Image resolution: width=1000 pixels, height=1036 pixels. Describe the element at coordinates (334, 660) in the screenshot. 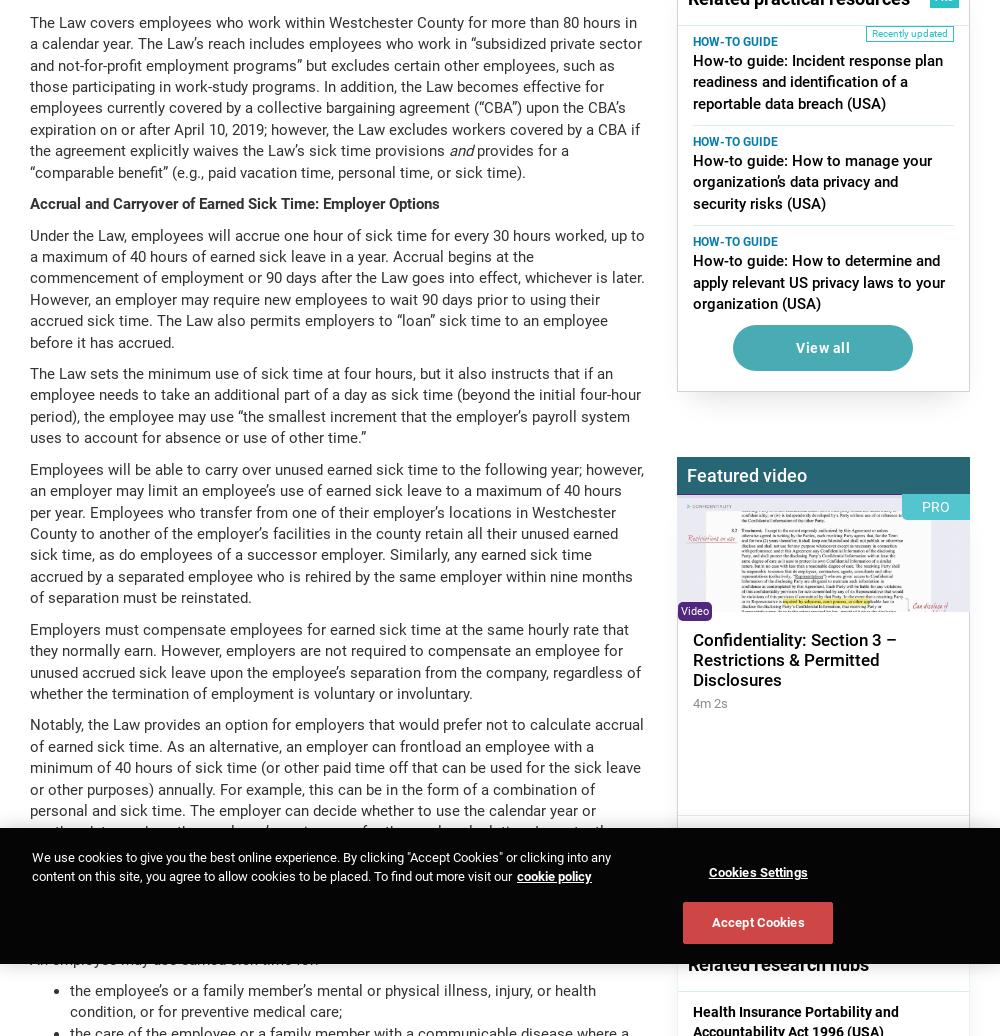

I see `'Employers must compensate employees for earned sick time at the same hourly rate that they normally earn. However, employers are not required to compensate an employee for unused accrued sick leave upon the employee’s separation from the company, regardless of whether the termination of employment is voluntary or involuntary.'` at that location.